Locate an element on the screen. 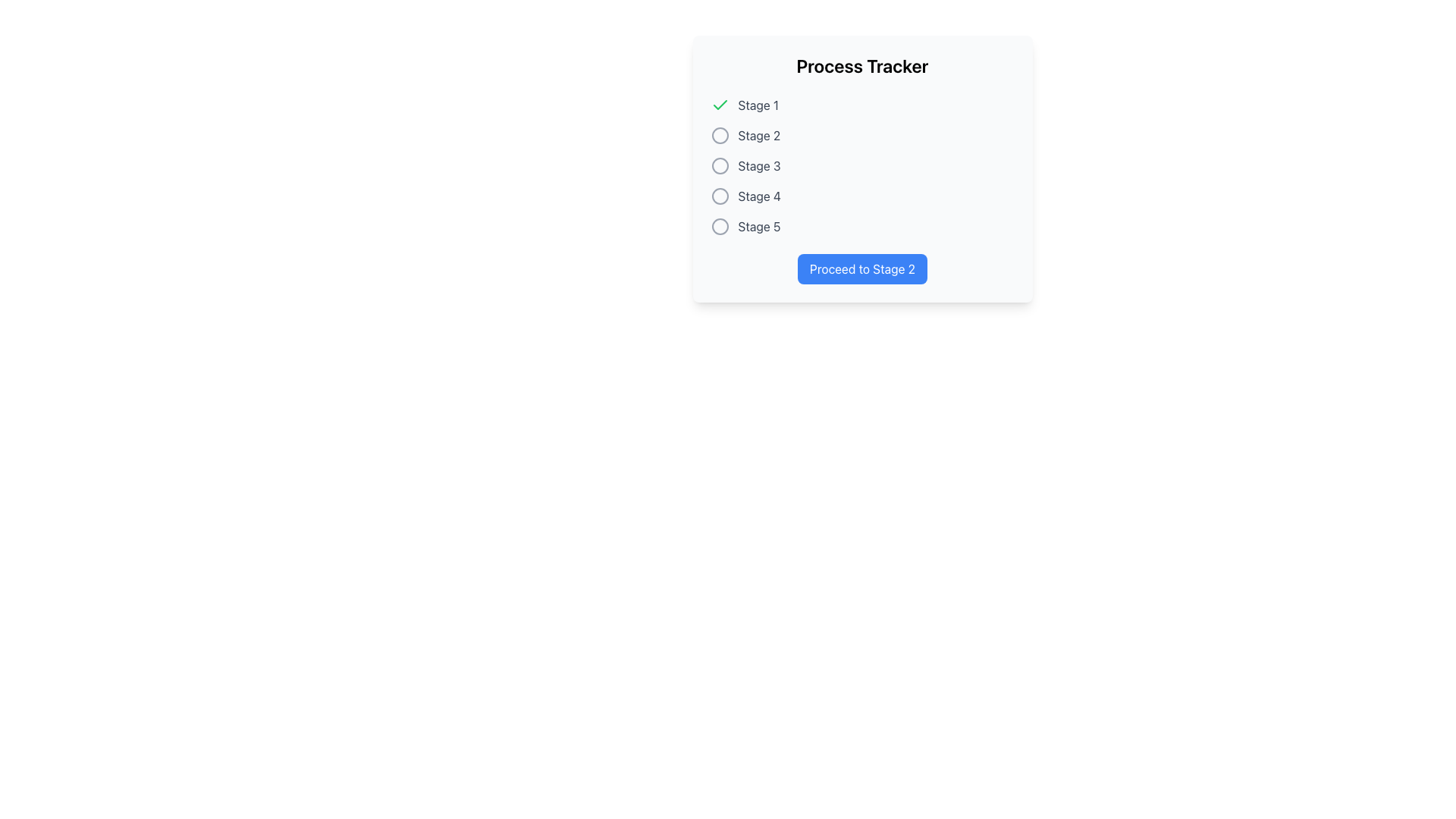  the second stage in the process tracker, which is visually styled to indicate that it is pending or yet to be completed is located at coordinates (862, 134).